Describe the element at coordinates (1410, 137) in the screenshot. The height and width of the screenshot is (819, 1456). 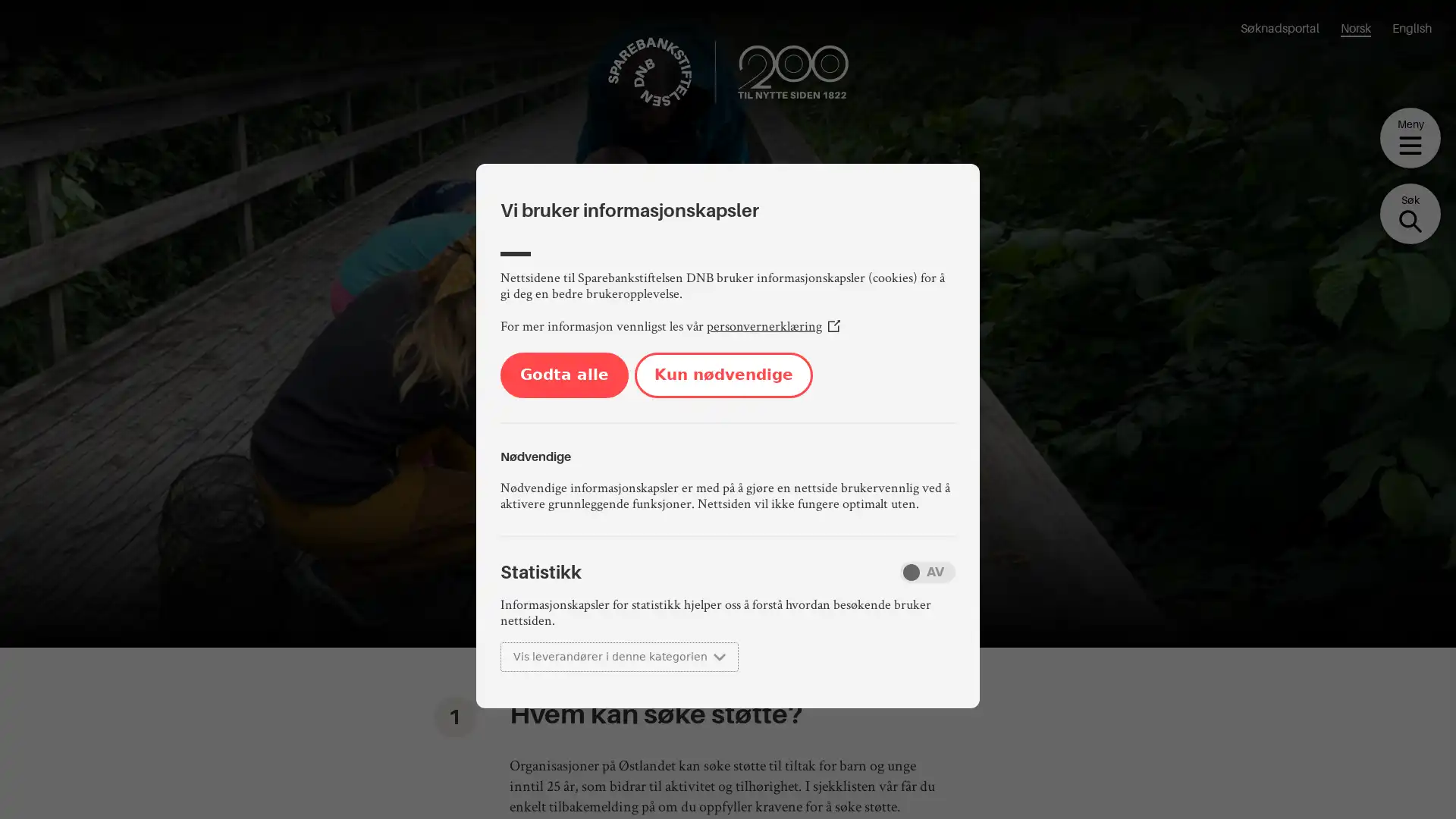
I see `Meny Meny` at that location.